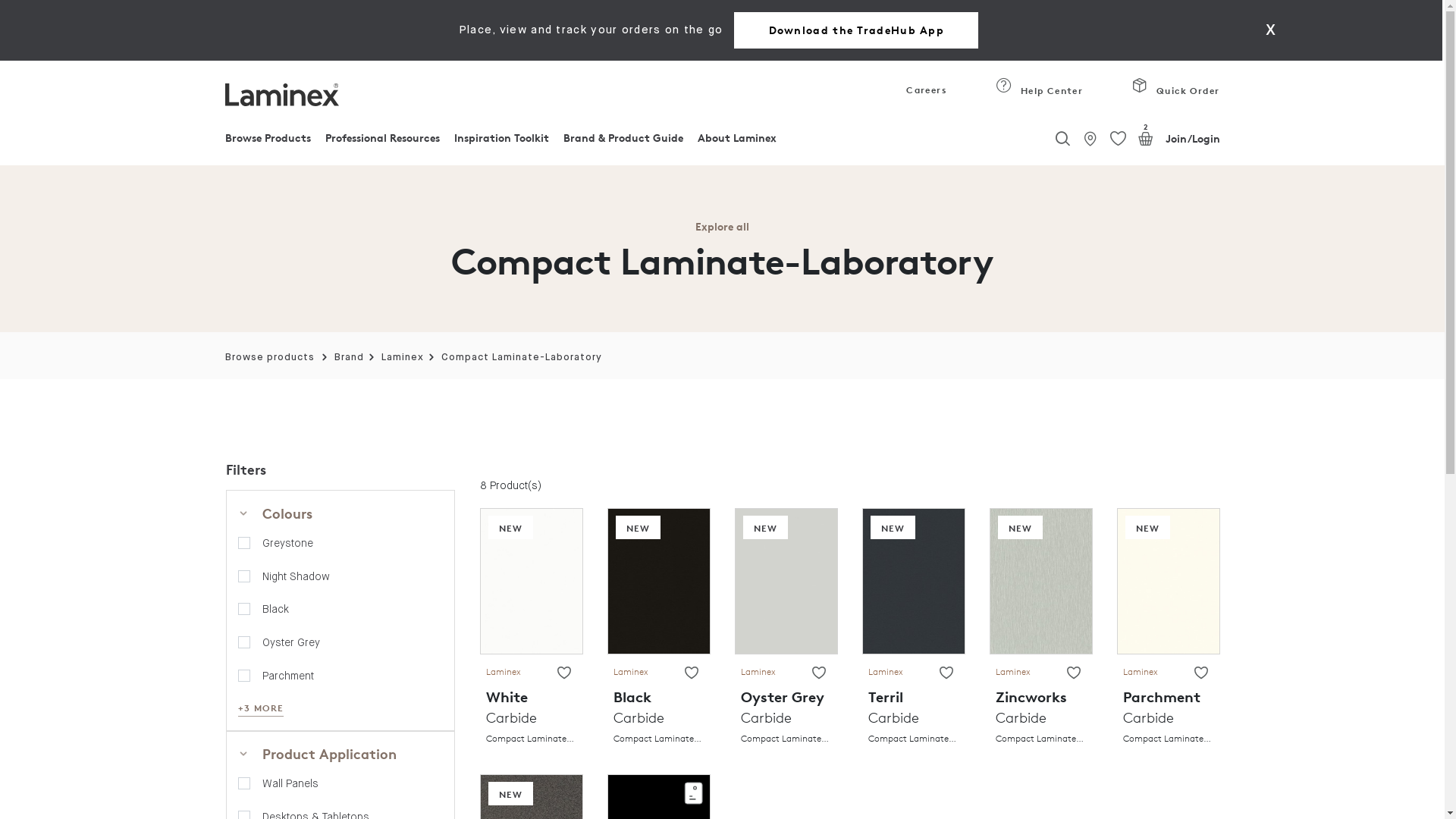  What do you see at coordinates (1146, 138) in the screenshot?
I see `'Sample Basket'` at bounding box center [1146, 138].